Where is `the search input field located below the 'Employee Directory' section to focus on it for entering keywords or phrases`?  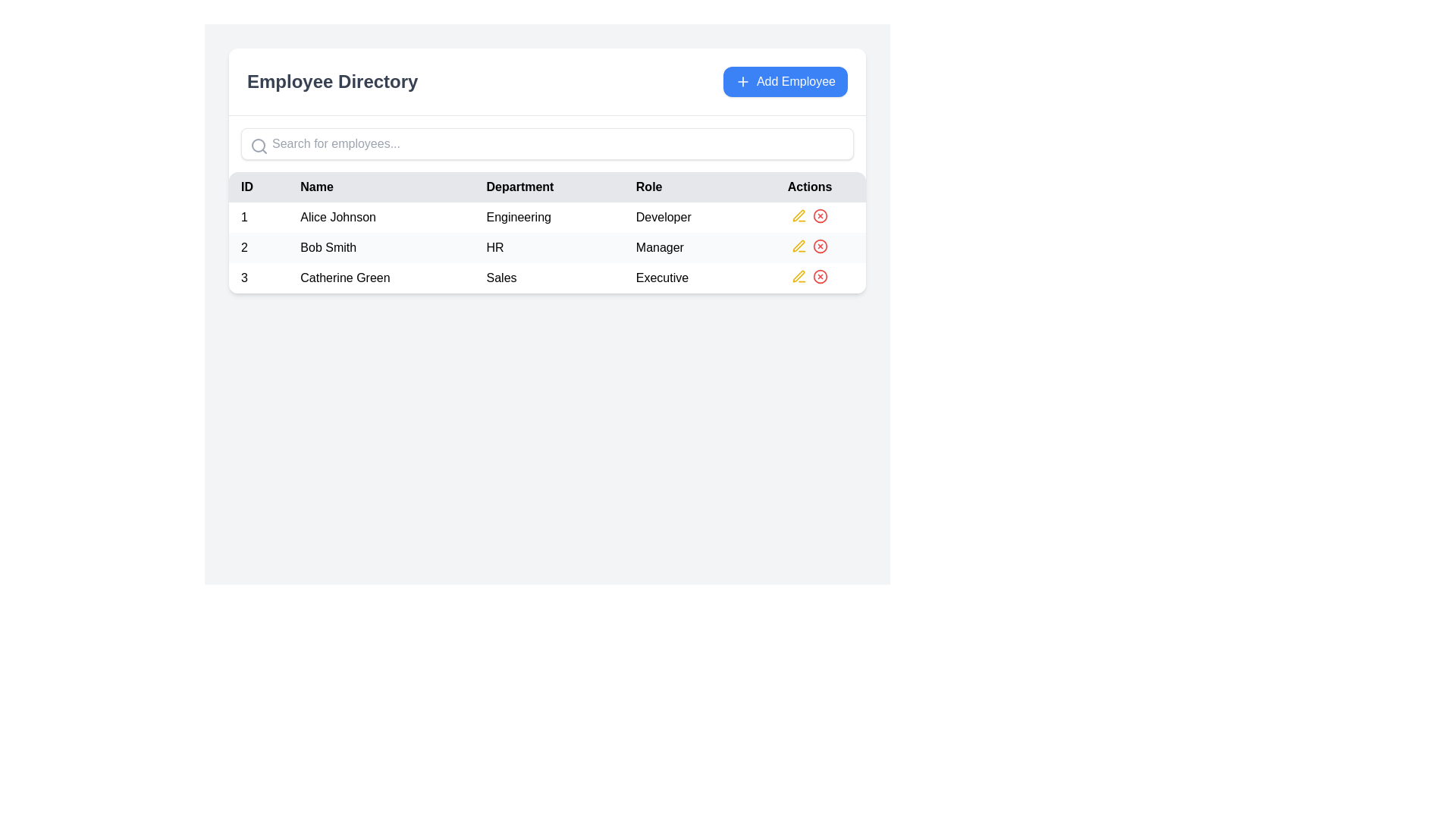
the search input field located below the 'Employee Directory' section to focus on it for entering keywords or phrases is located at coordinates (546, 143).